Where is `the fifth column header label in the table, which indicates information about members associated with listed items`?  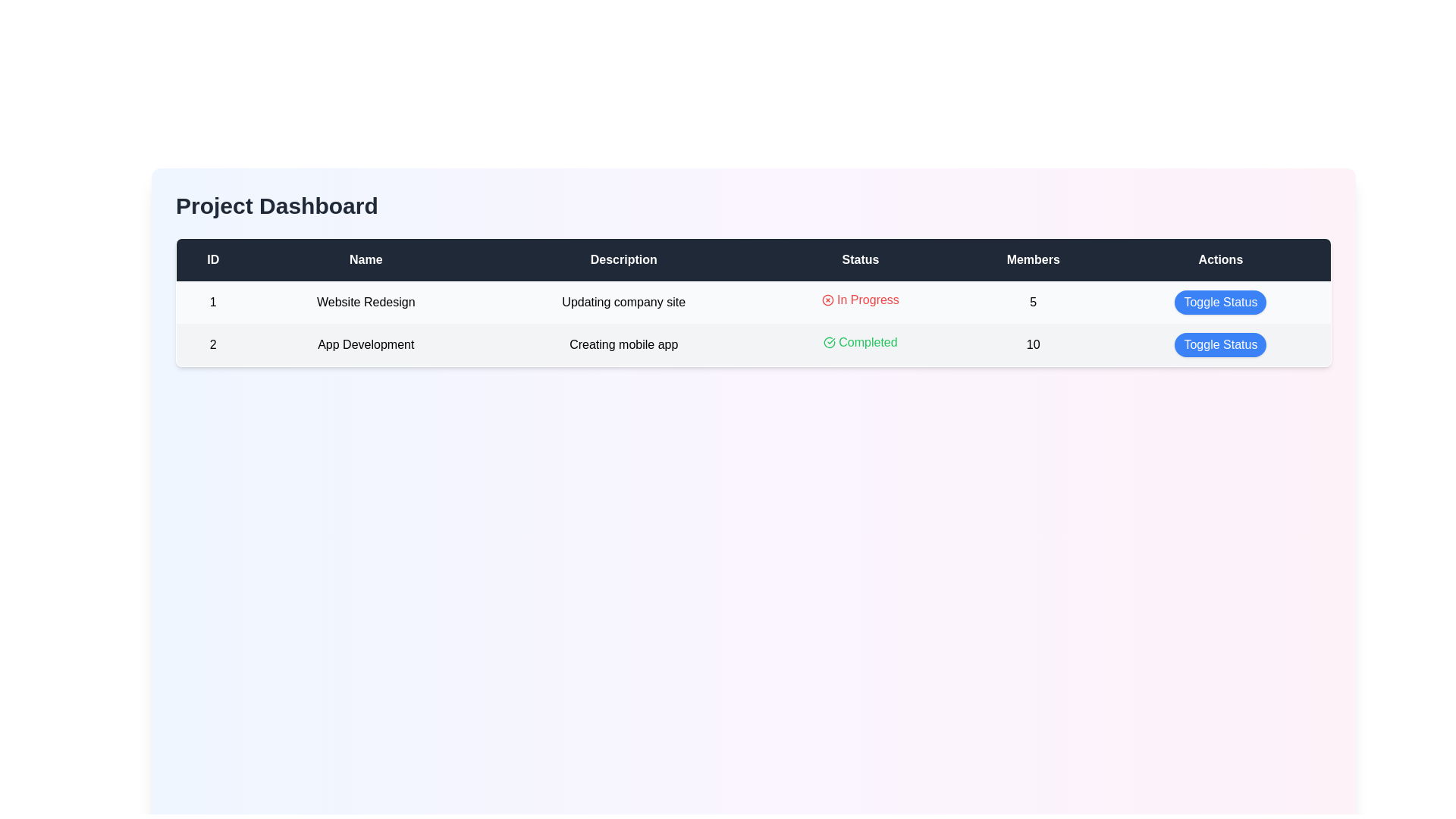
the fifth column header label in the table, which indicates information about members associated with listed items is located at coordinates (1032, 259).